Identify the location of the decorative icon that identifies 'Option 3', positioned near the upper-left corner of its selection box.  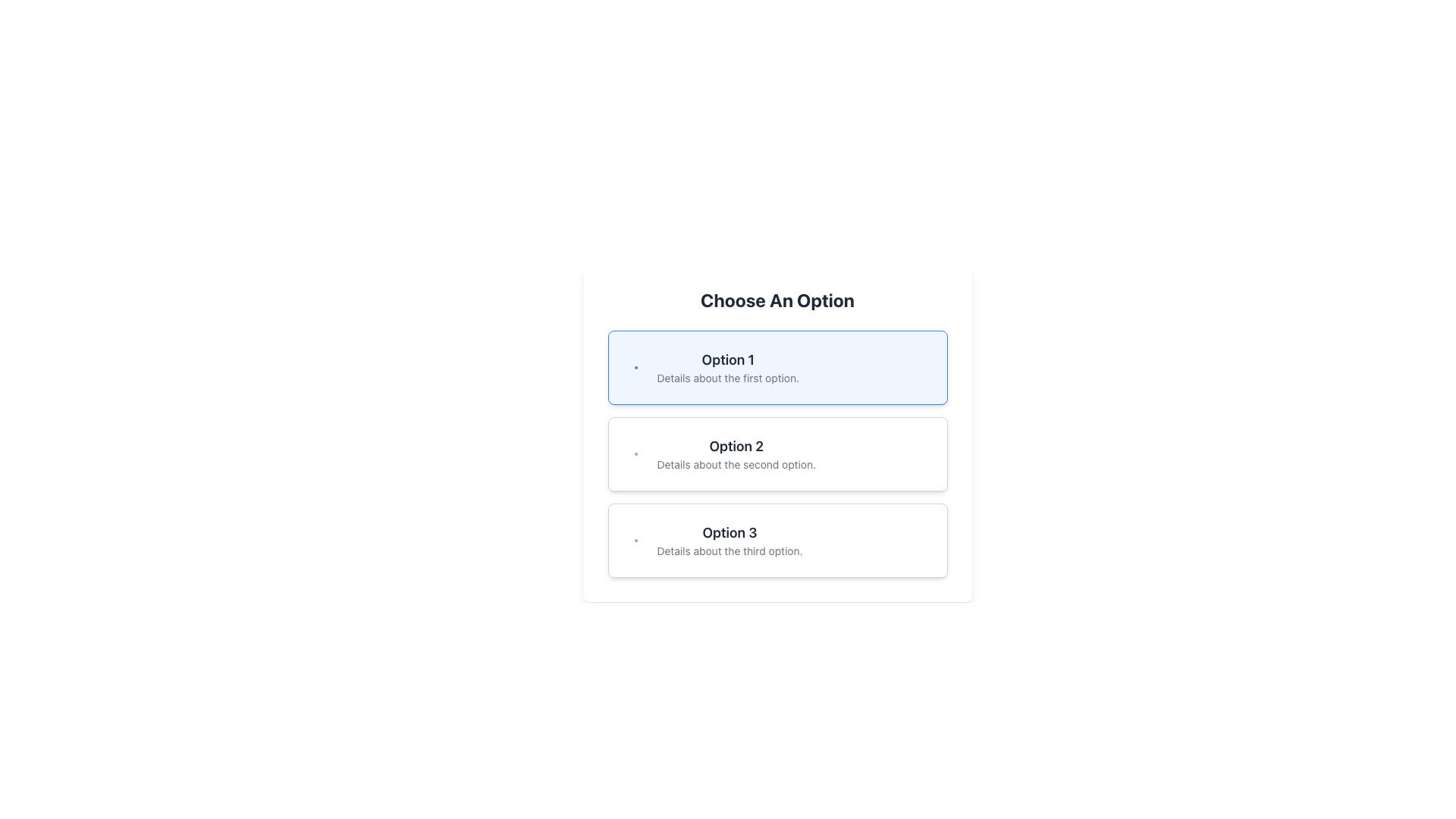
(635, 540).